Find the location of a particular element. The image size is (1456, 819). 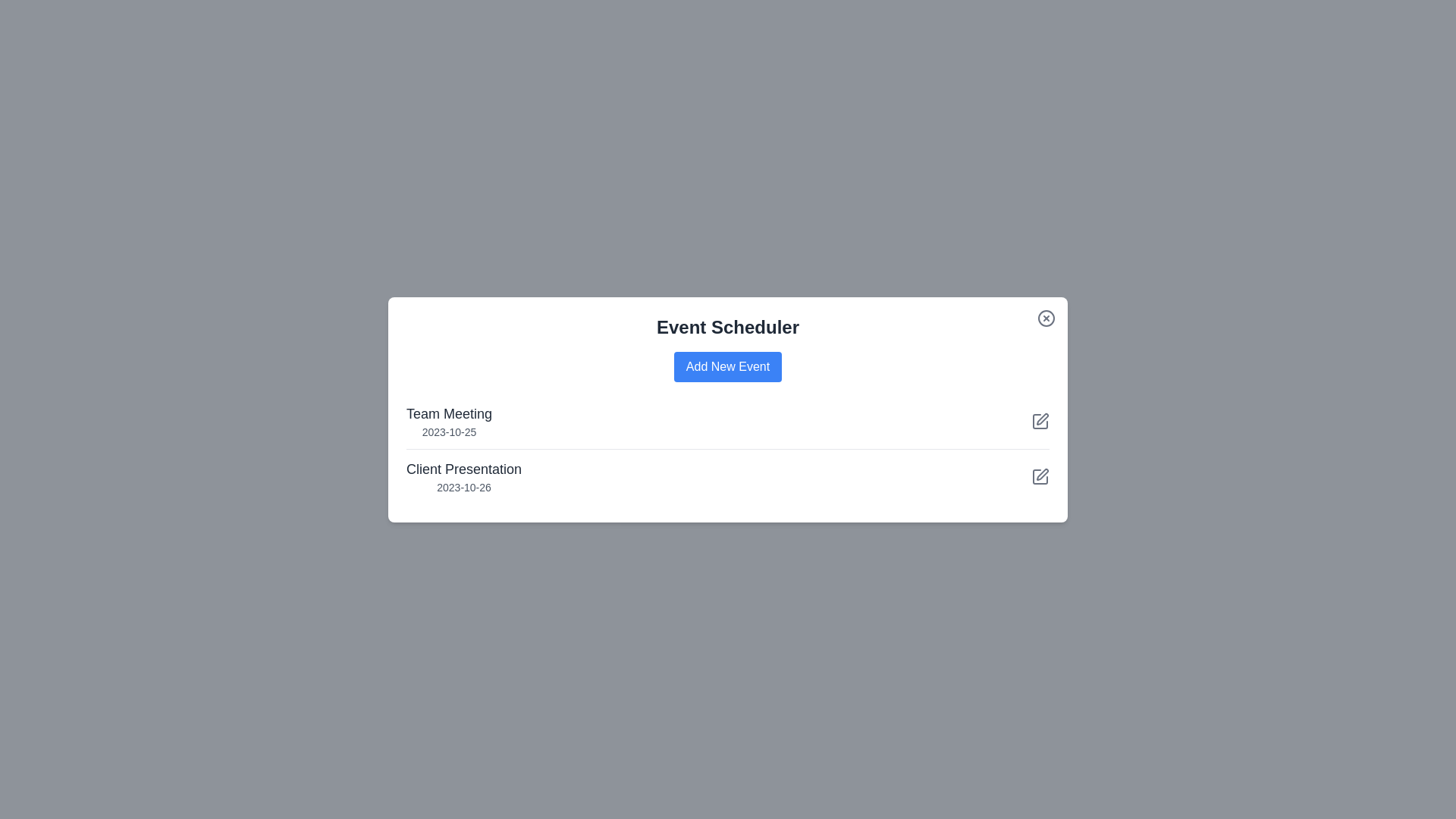

the close button located at the top-right corner of the event scheduler dialog is located at coordinates (1046, 317).